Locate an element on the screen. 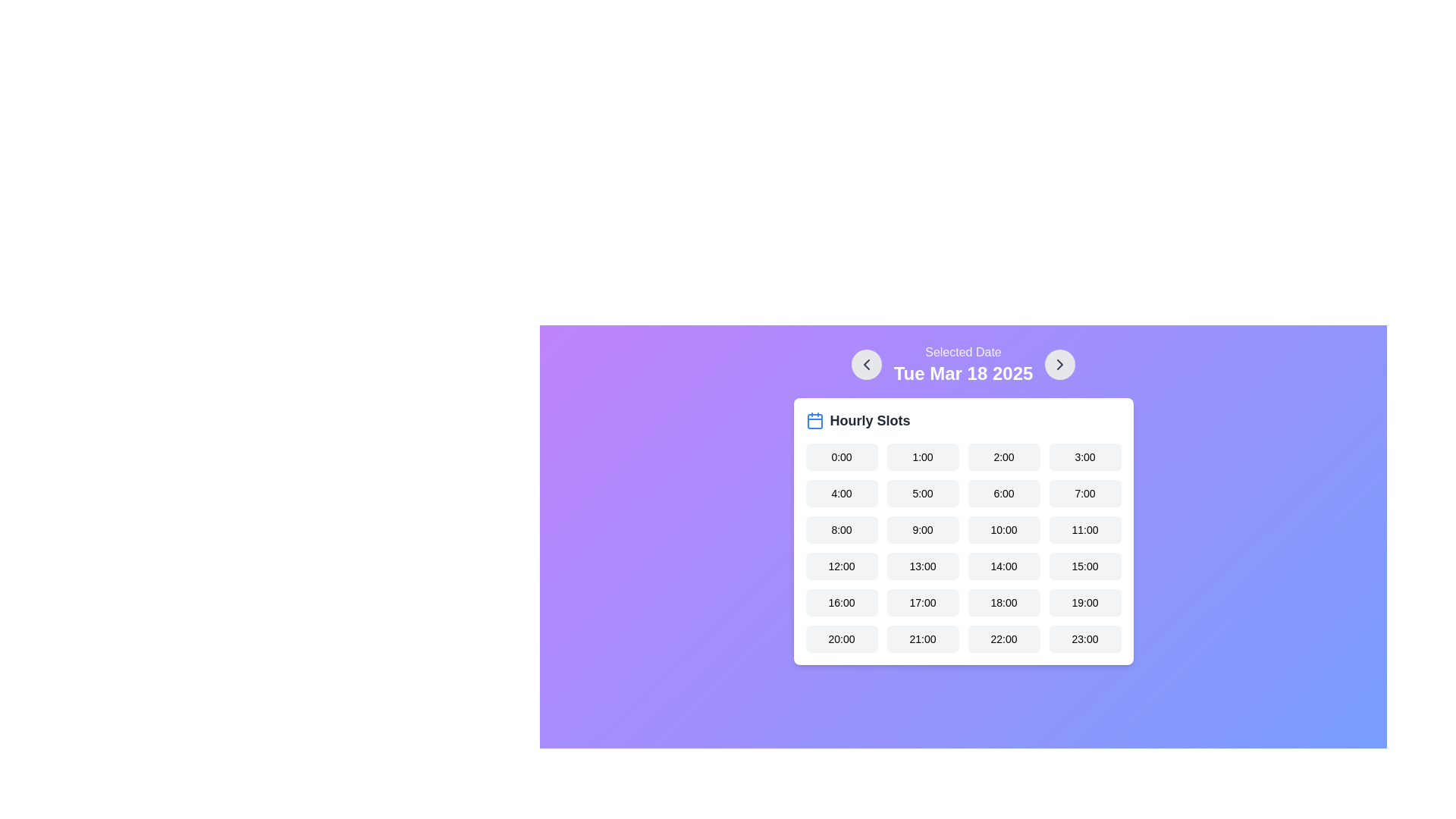 Image resolution: width=1456 pixels, height=819 pixels. the left-pointing chevron icon within the circular button at the top-left corner of the interface is located at coordinates (866, 365).